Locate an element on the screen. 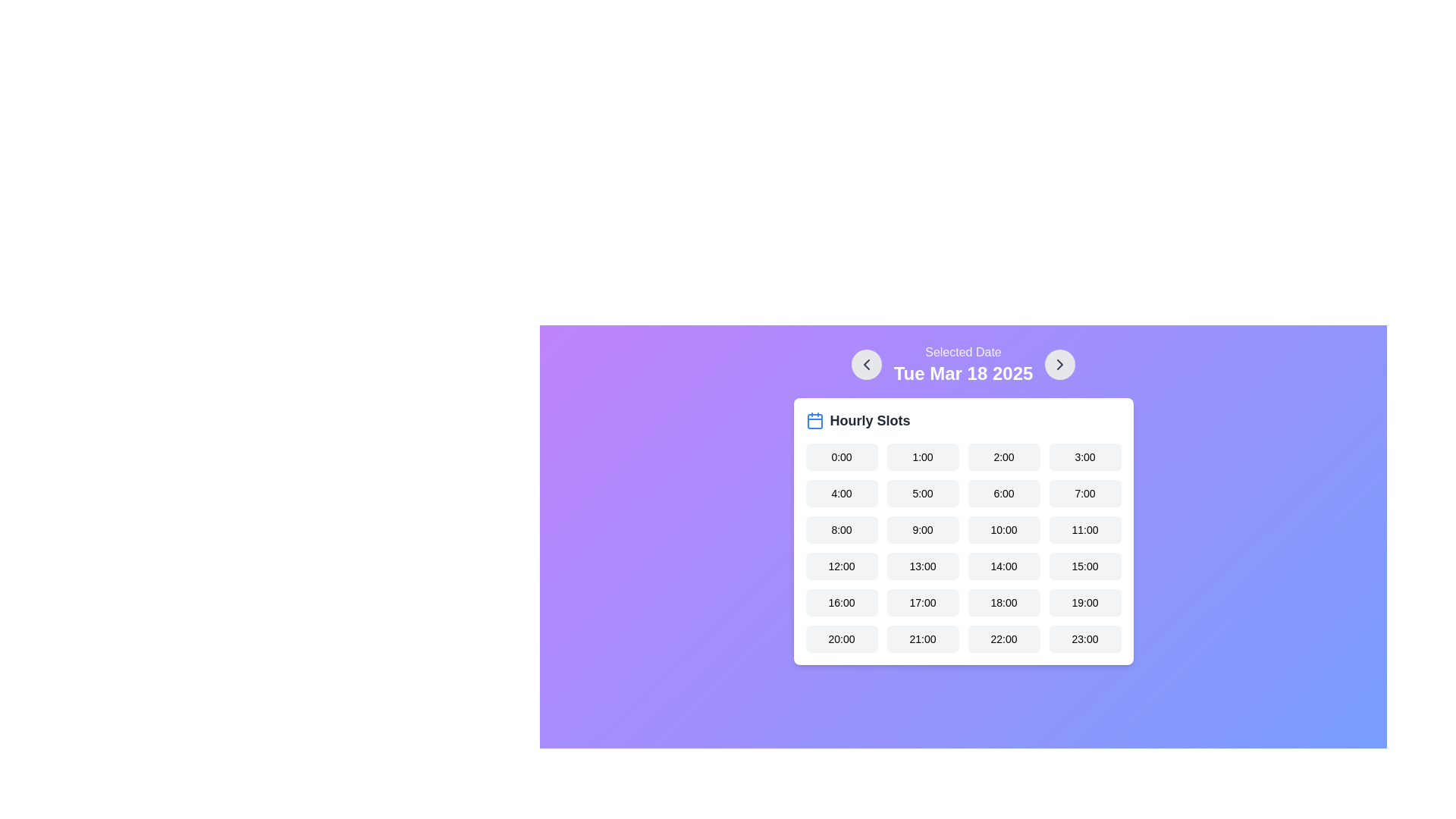 Image resolution: width=1456 pixels, height=819 pixels. the left-pointing chevron icon within the circular button at the top-left corner of the interface is located at coordinates (866, 365).